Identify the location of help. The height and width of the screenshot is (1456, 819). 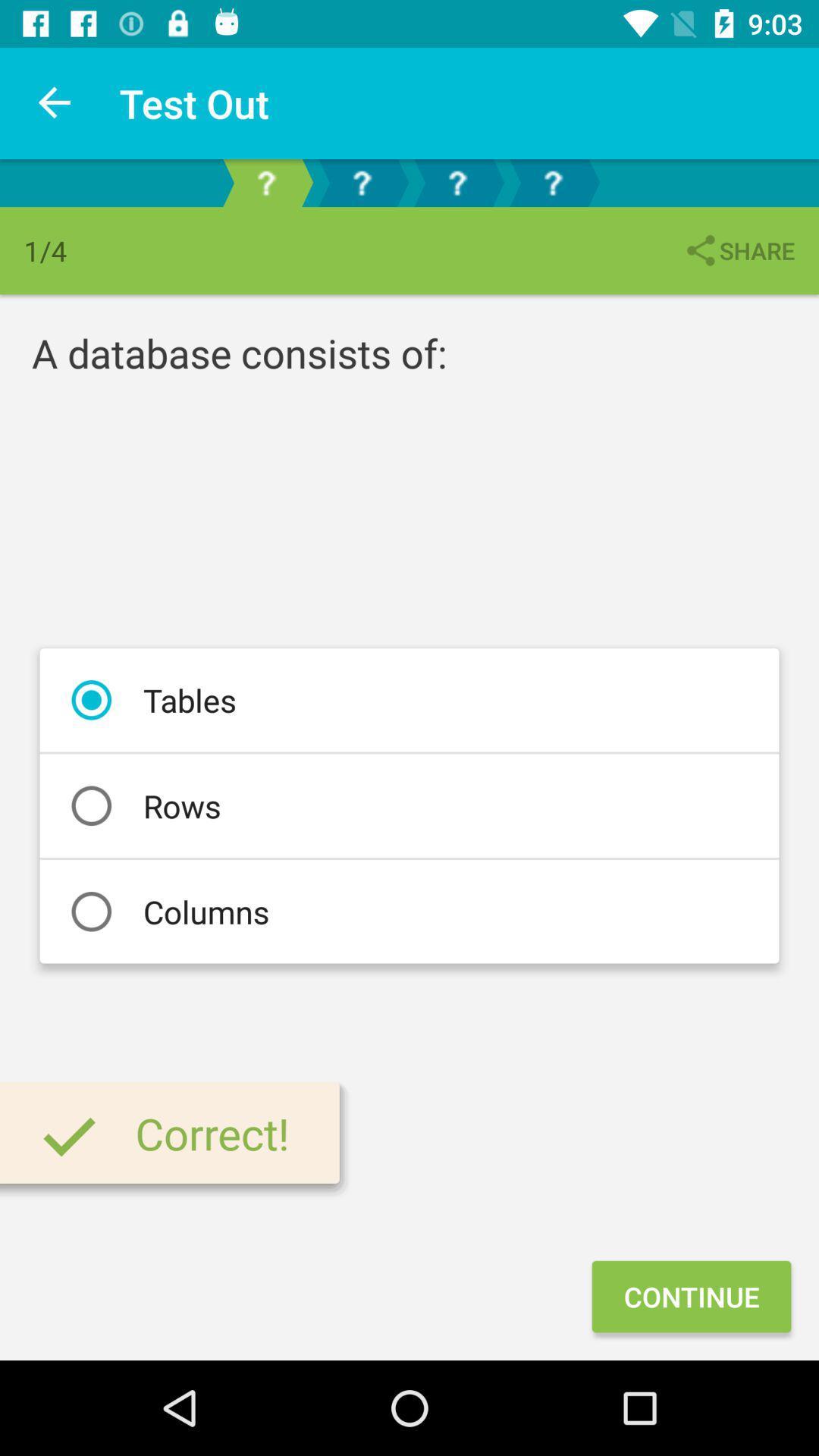
(553, 182).